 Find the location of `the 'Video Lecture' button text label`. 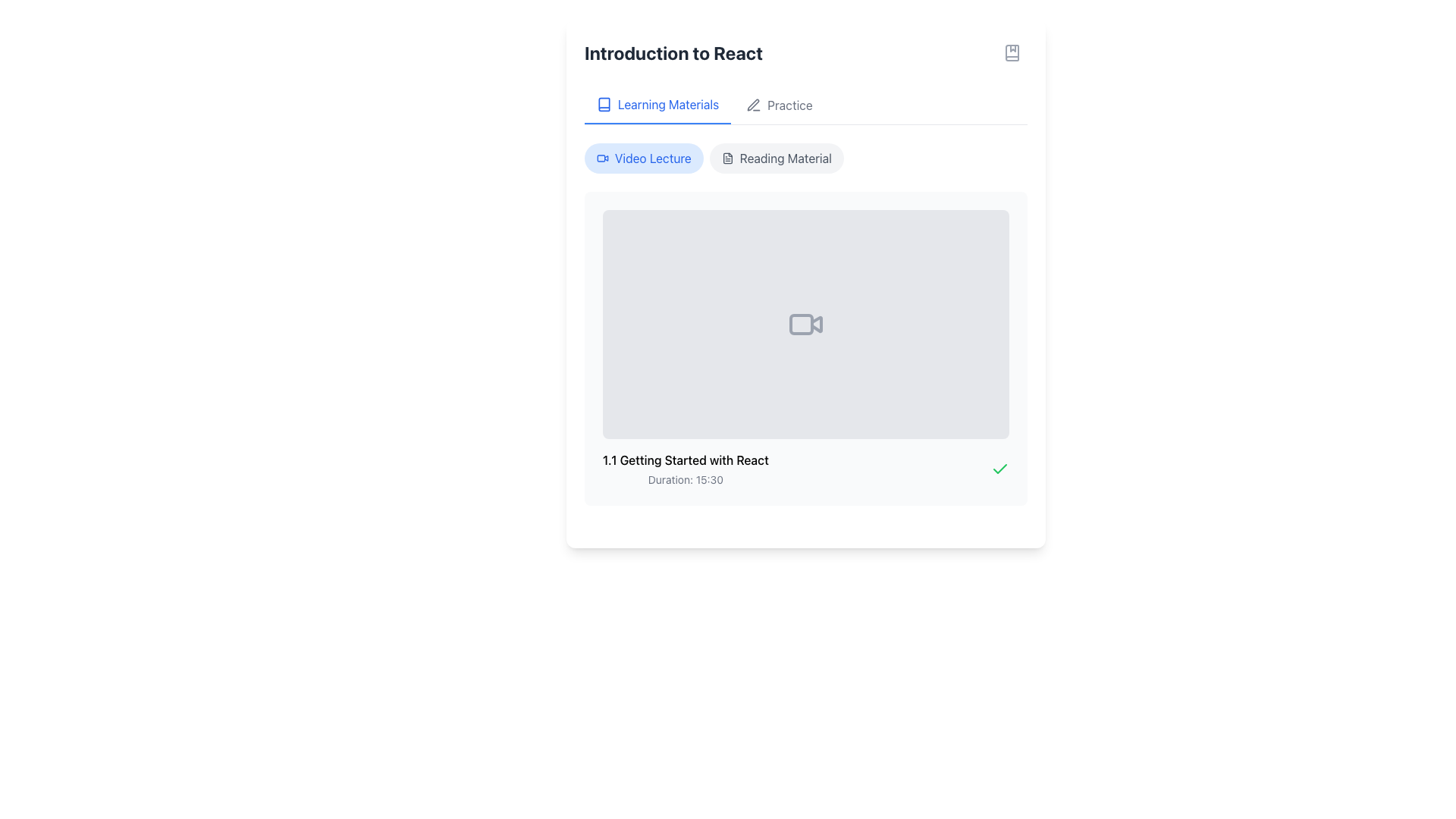

the 'Video Lecture' button text label is located at coordinates (653, 158).